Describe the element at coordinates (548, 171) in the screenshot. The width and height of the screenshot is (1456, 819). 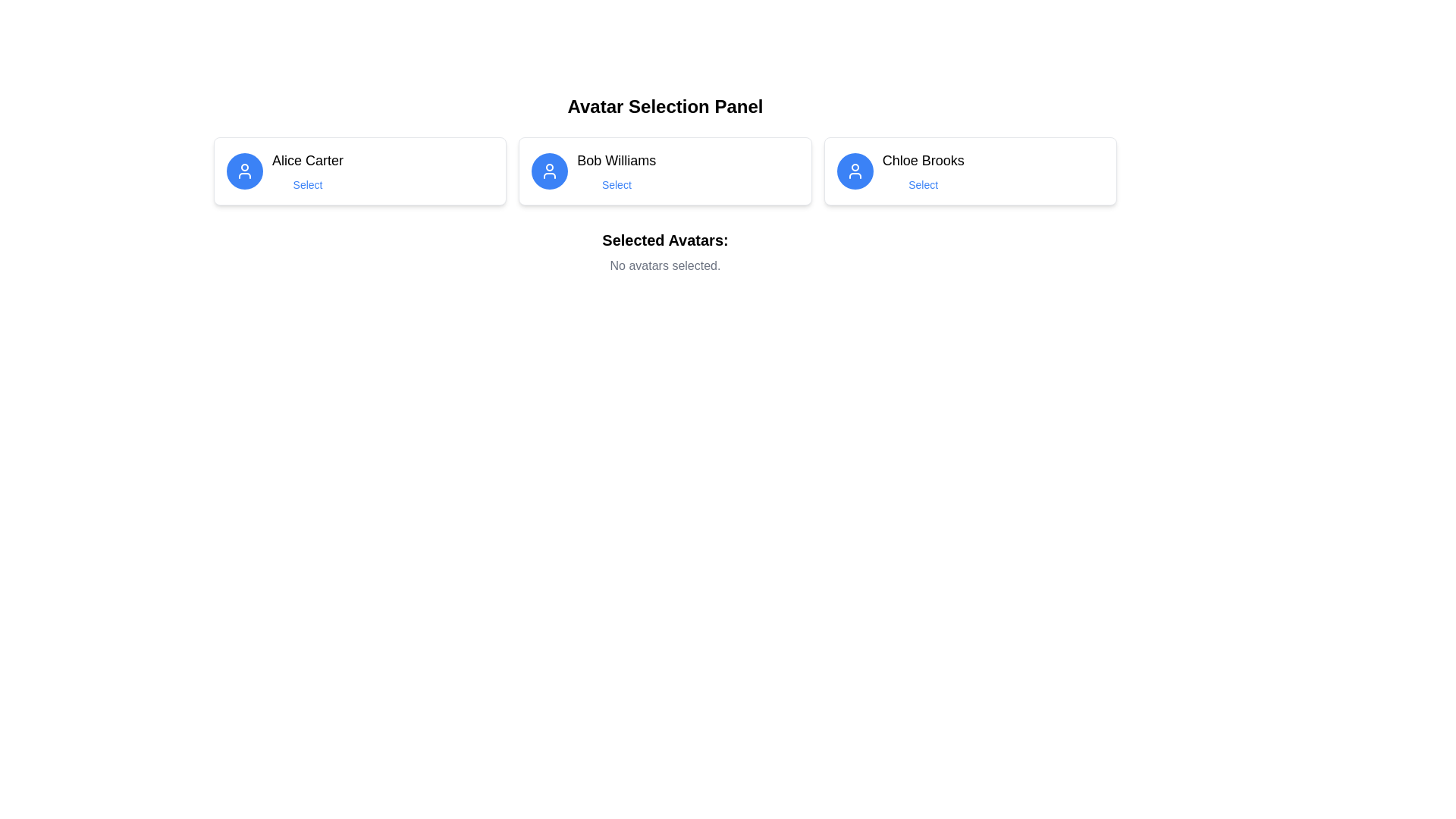
I see `the user avatar icon representing 'Bob Williams' located at the top center of the middle card in the set of three cards` at that location.